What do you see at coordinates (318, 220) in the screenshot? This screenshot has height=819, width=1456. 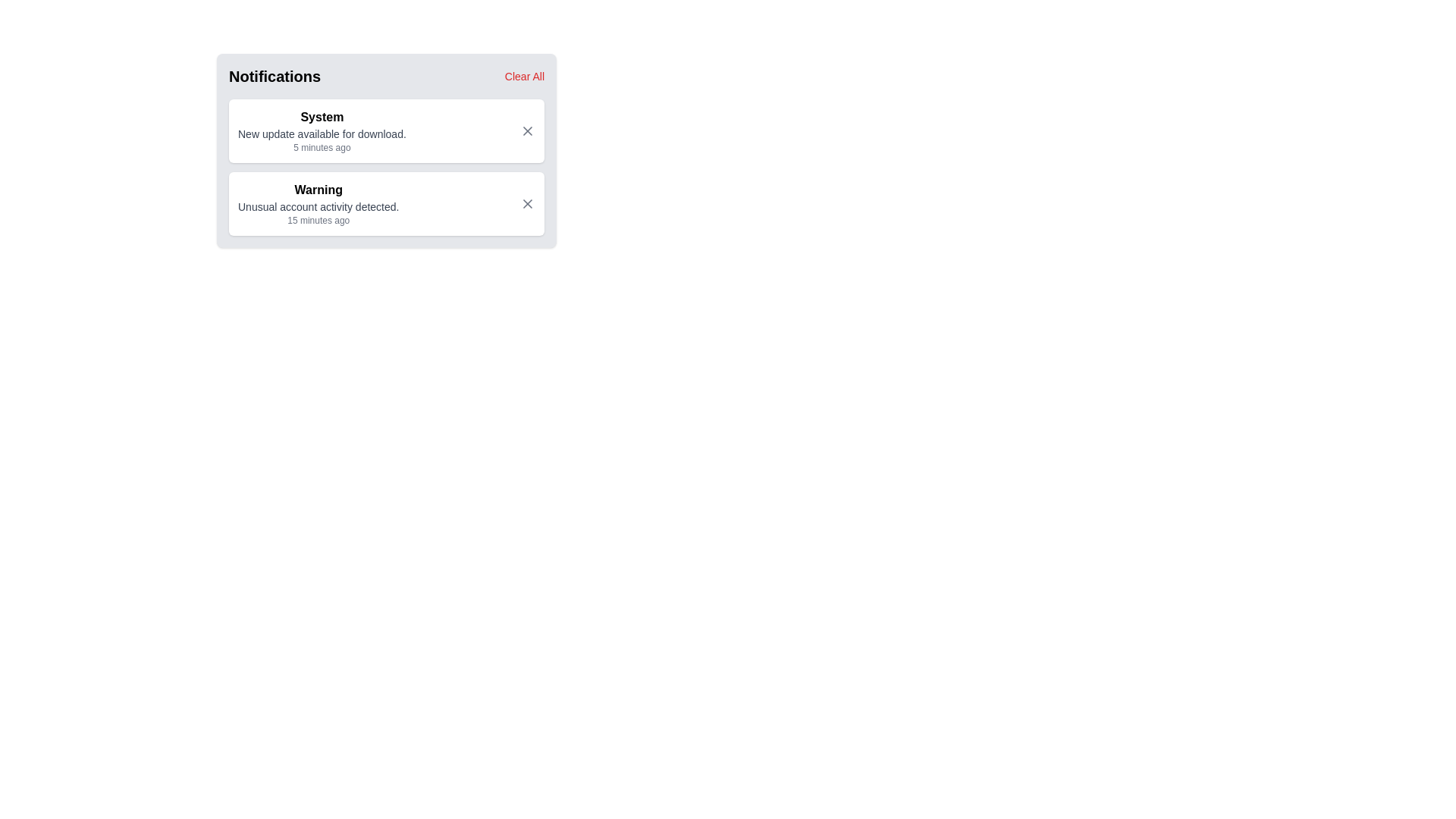 I see `the static text display element showing the timestamp '15 minutes ago', which is located within the second notification card, below the title 'Warning' and the message 'Unusual account activity detected.'` at bounding box center [318, 220].